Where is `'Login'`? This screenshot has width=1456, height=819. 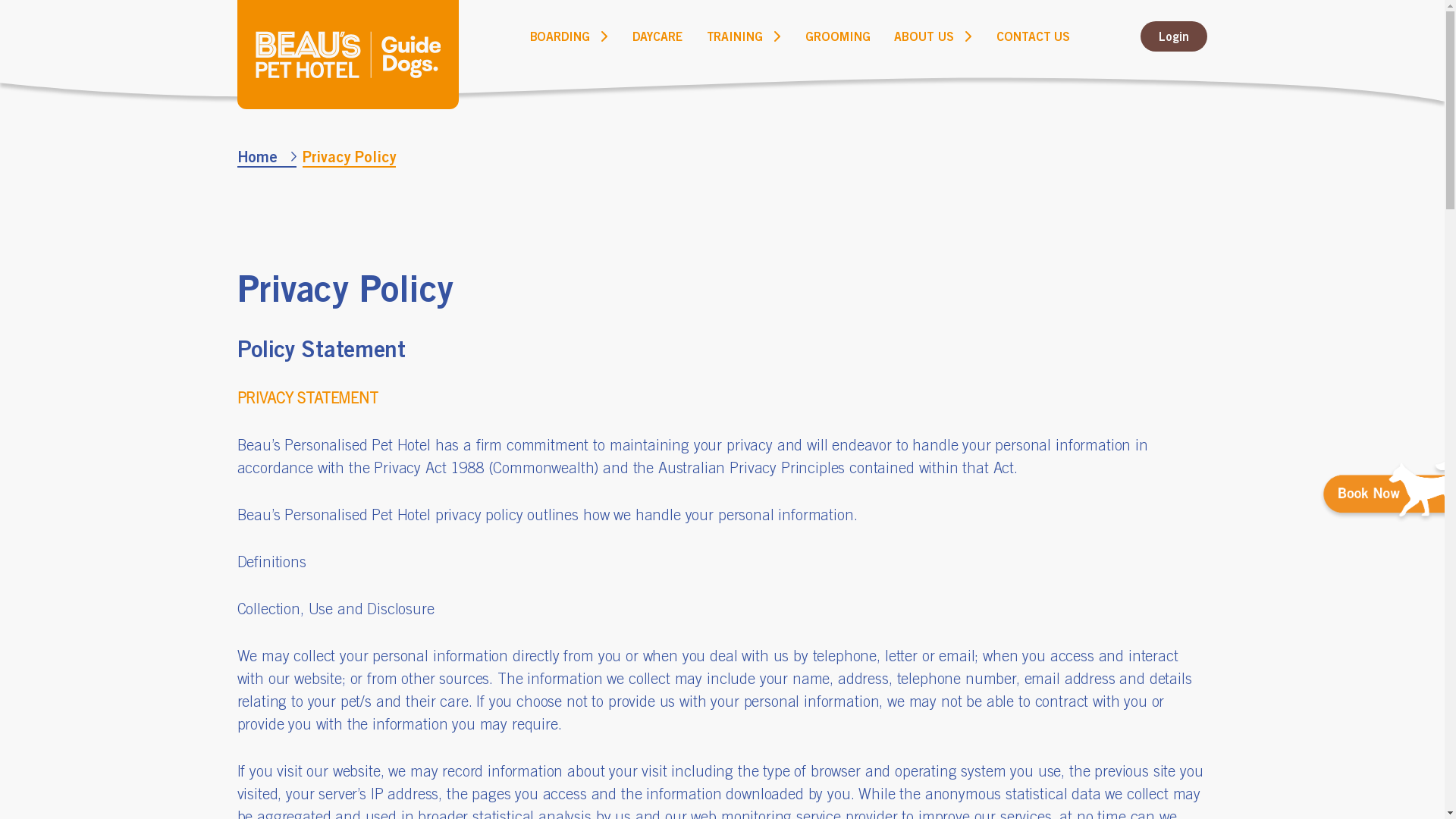
'Login' is located at coordinates (1173, 35).